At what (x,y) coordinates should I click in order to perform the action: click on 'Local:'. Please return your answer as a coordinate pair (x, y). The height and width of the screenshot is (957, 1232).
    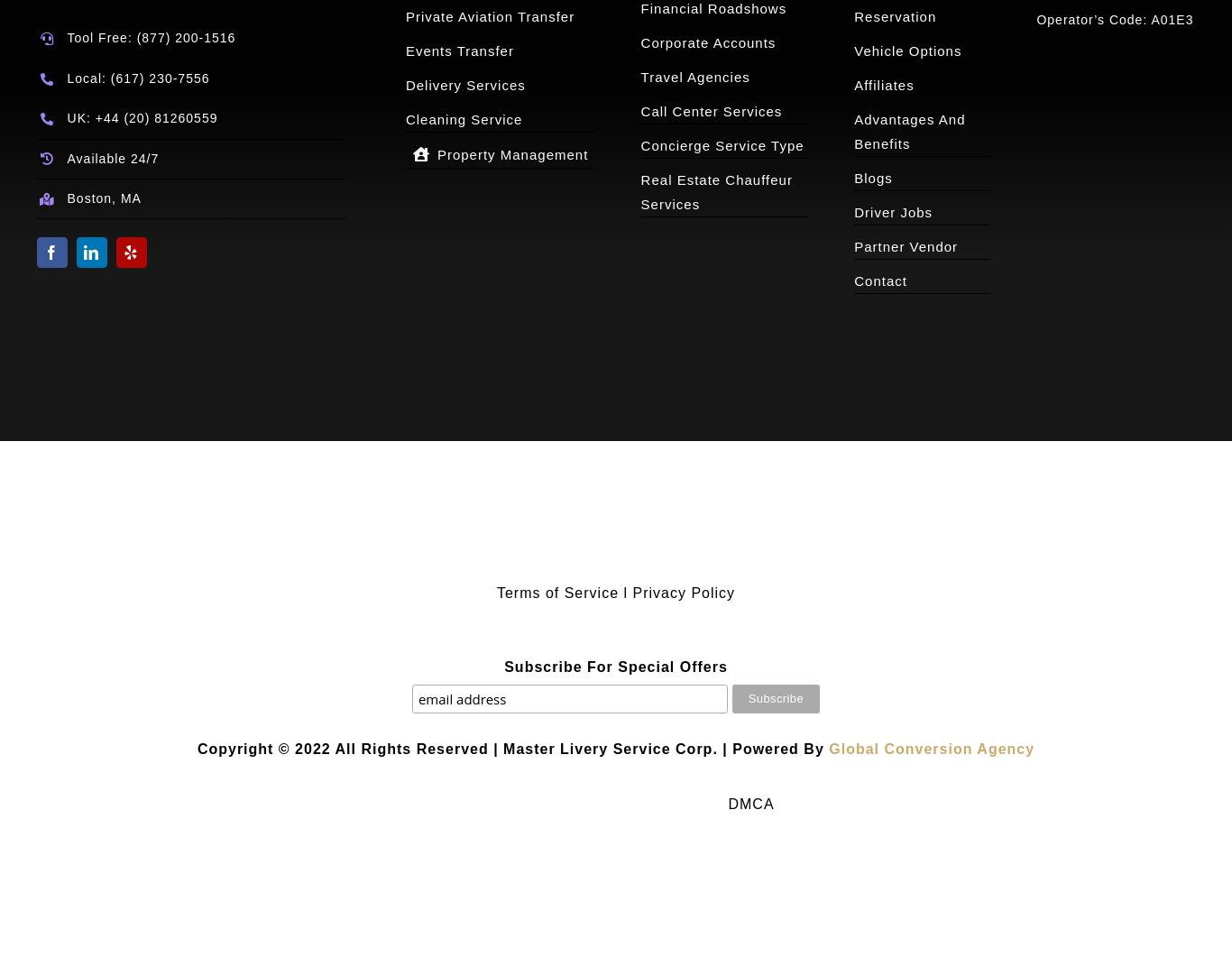
    Looking at the image, I should click on (87, 78).